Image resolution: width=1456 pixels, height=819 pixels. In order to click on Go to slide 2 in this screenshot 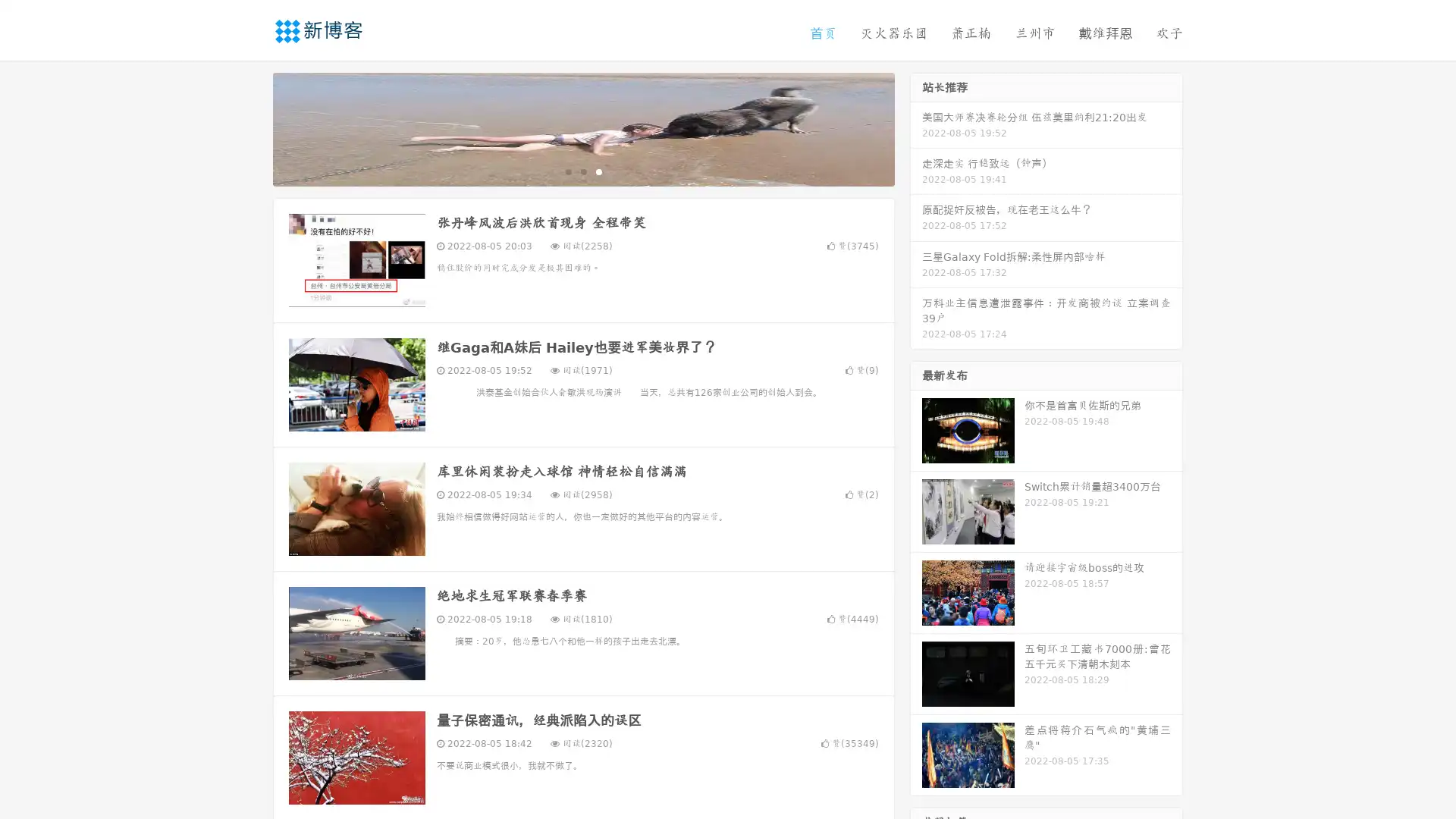, I will do `click(582, 171)`.